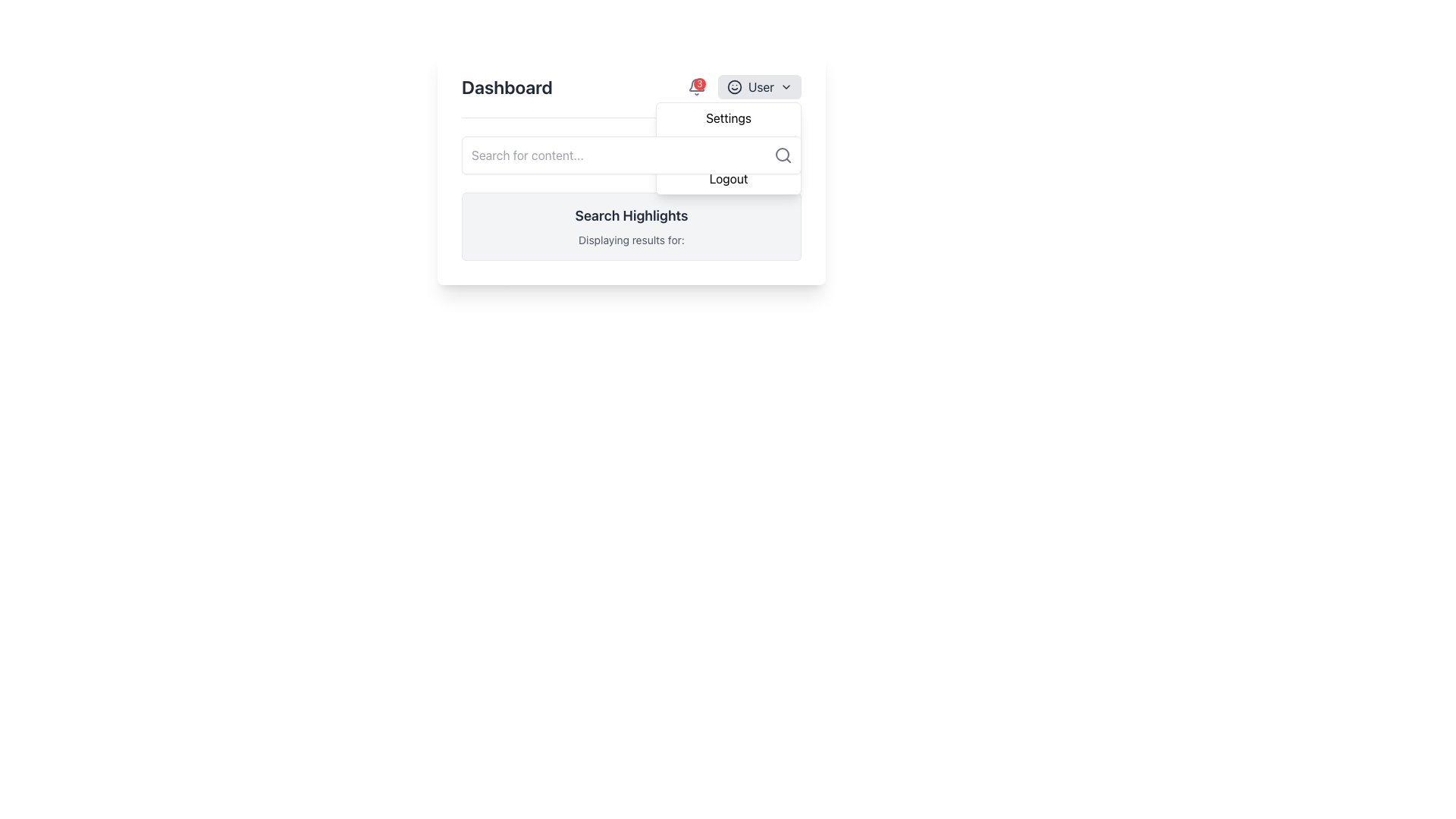  What do you see at coordinates (632, 216) in the screenshot?
I see `the informational Text Label that serves as a heading or title, located at the upper section of a shaded box with rounded corners, just below the search input field` at bounding box center [632, 216].